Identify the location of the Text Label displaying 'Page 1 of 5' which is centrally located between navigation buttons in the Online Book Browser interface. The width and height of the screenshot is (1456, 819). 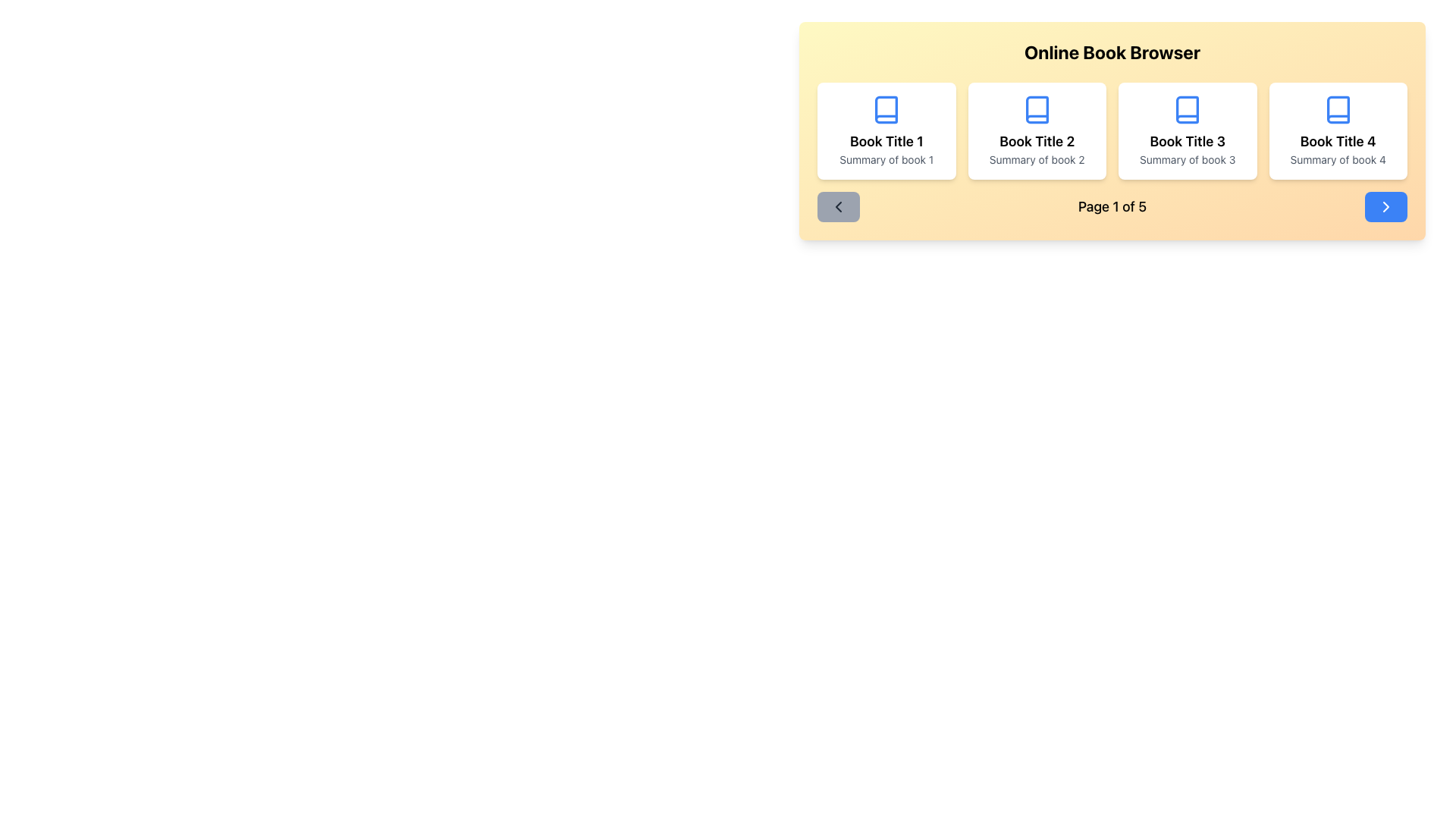
(1112, 207).